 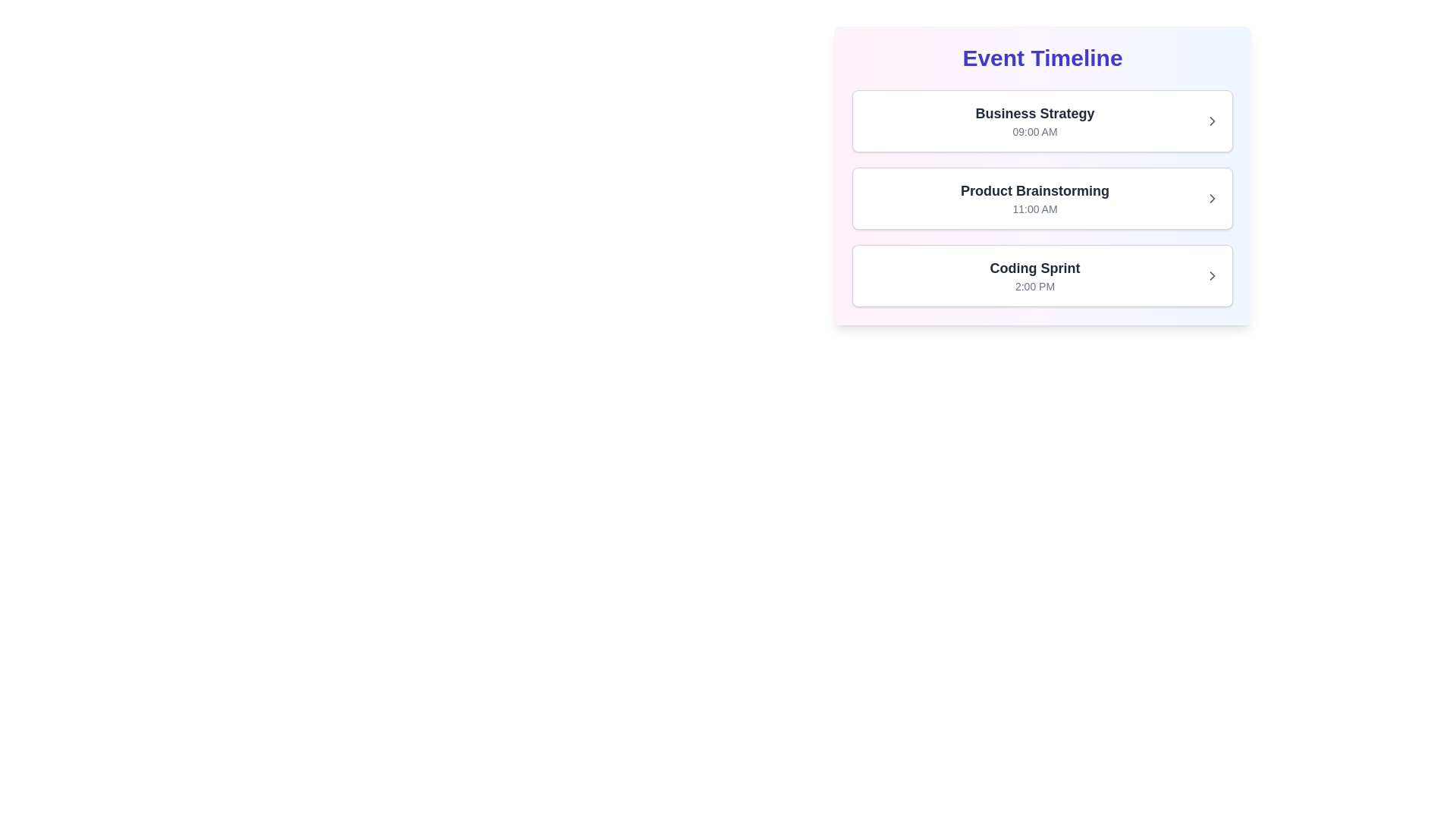 What do you see at coordinates (1041, 198) in the screenshot?
I see `the second card labeled 'Product Brainstorming' in the 'Event Timeline' section` at bounding box center [1041, 198].